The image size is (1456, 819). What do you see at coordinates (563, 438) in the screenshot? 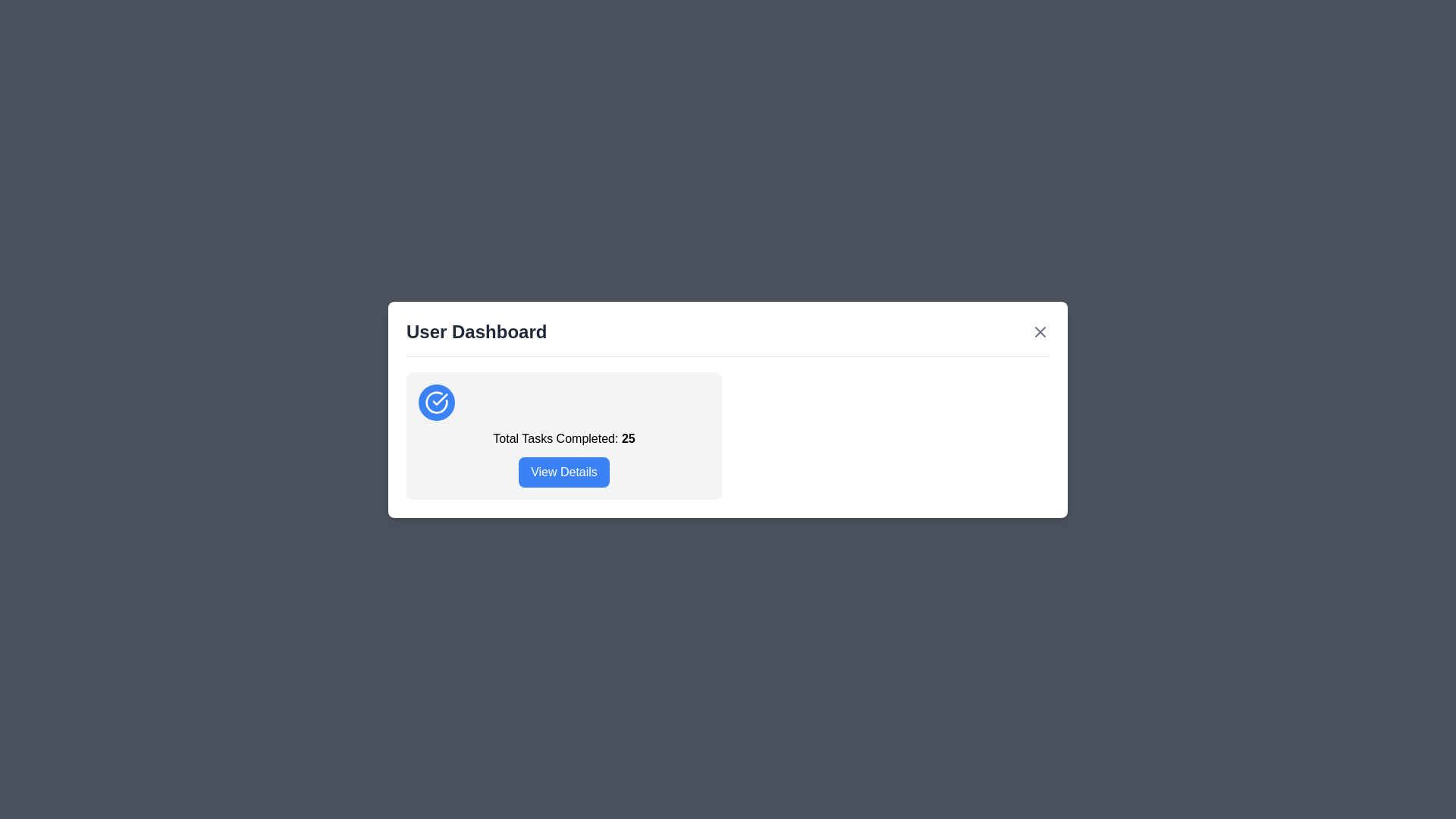
I see `the informational text label that indicates the total number of tasks completed, which is located below a circular icon with a blue background and above a blue button labeled 'View Details'` at bounding box center [563, 438].